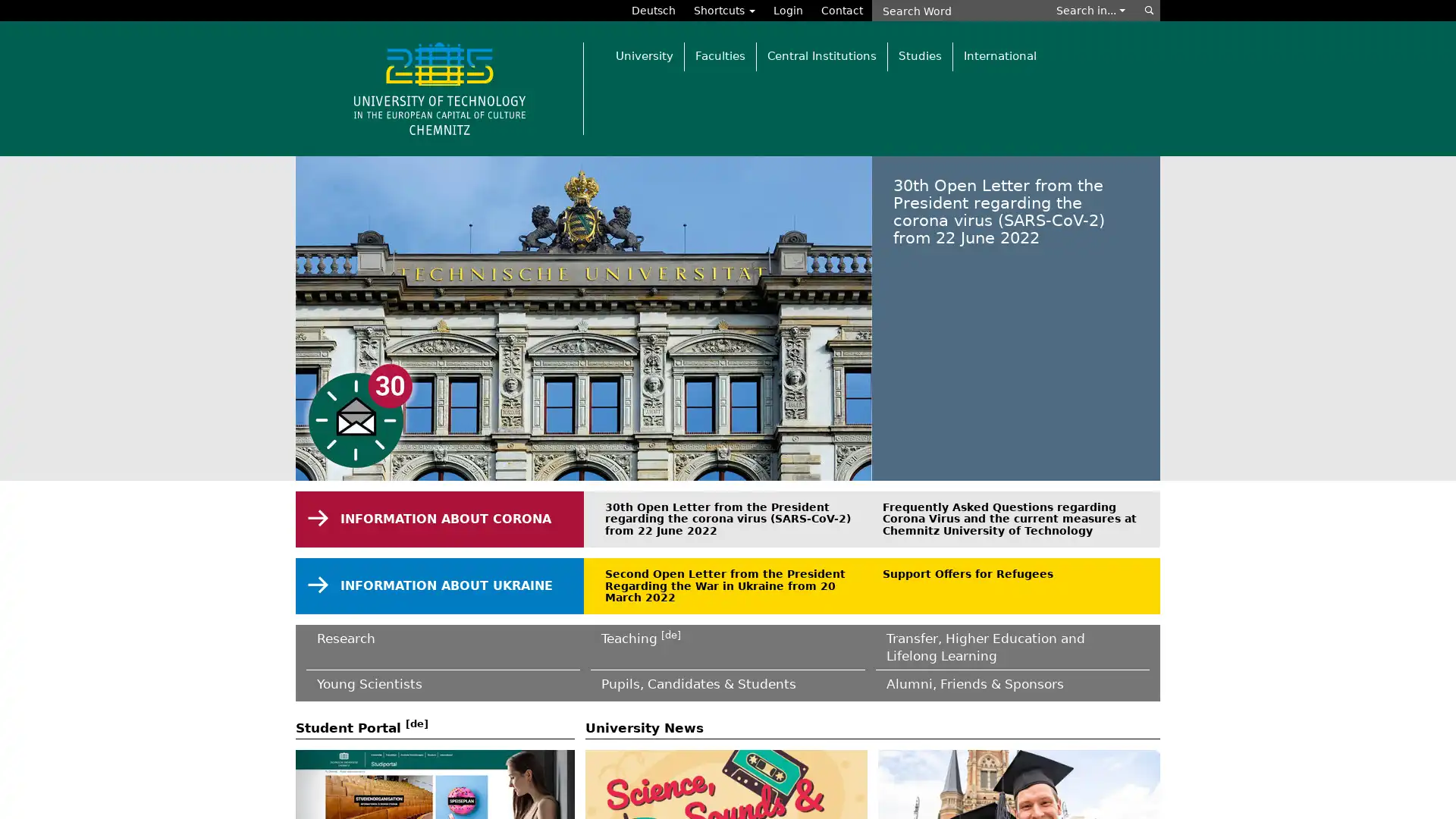 The image size is (1456, 819). What do you see at coordinates (719, 55) in the screenshot?
I see `Faculties` at bounding box center [719, 55].